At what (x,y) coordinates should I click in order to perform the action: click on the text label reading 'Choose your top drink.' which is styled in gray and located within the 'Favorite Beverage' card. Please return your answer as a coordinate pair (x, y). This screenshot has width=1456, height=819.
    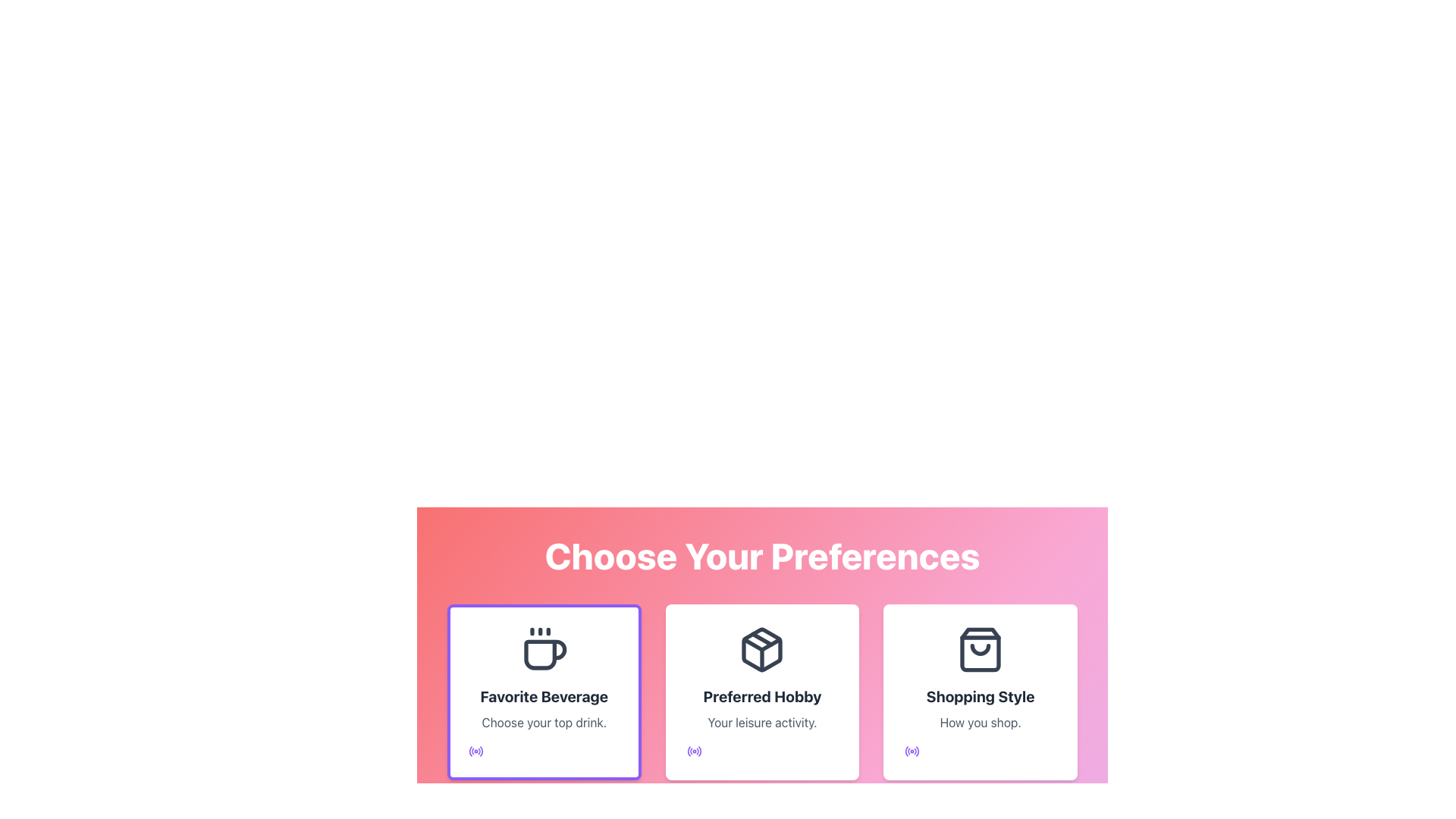
    Looking at the image, I should click on (544, 721).